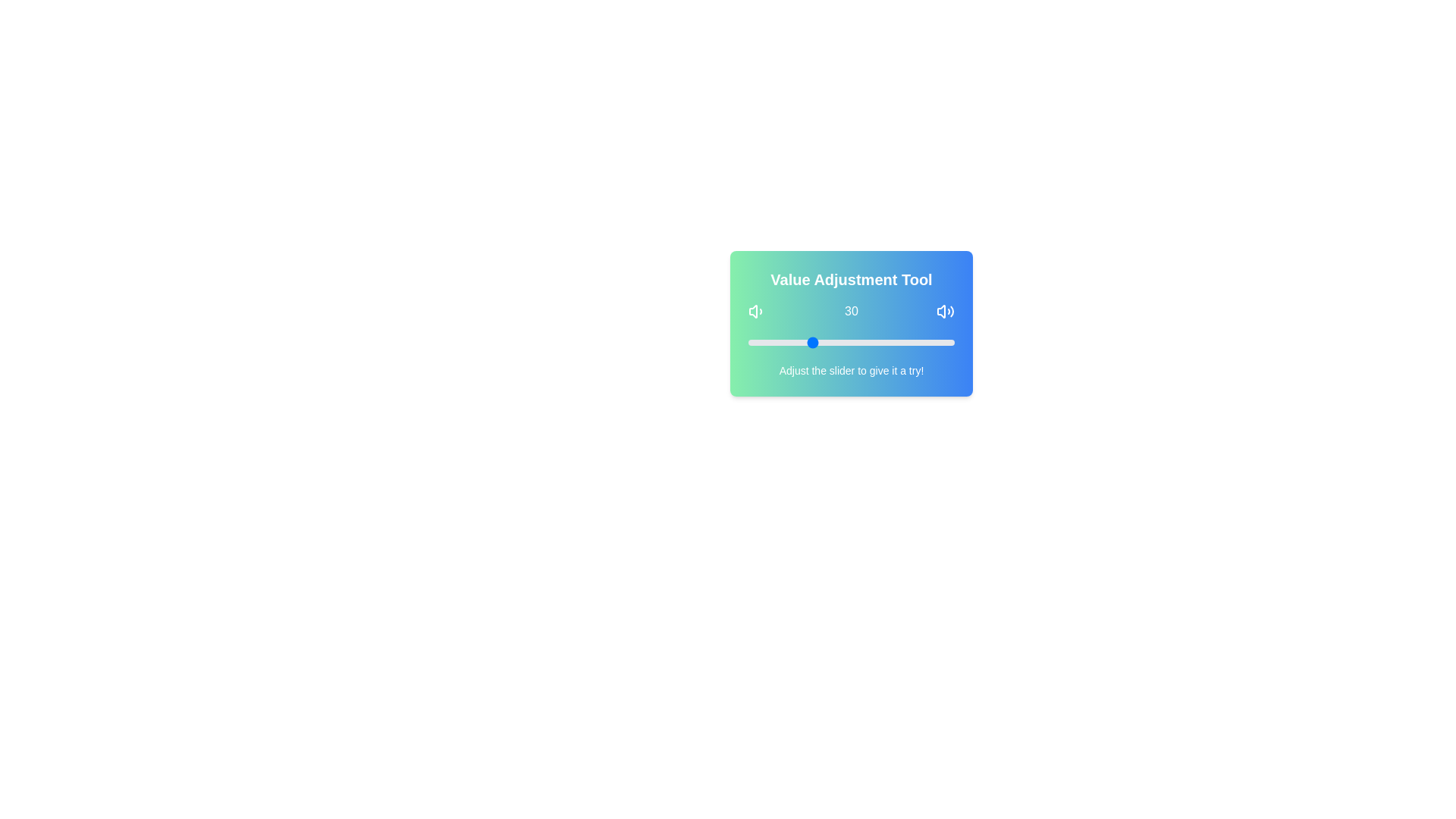  Describe the element at coordinates (852, 311) in the screenshot. I see `the text display showing the number '30' which represents the current value of the associated slider in the 'Value Adjustment Tool' component` at that location.